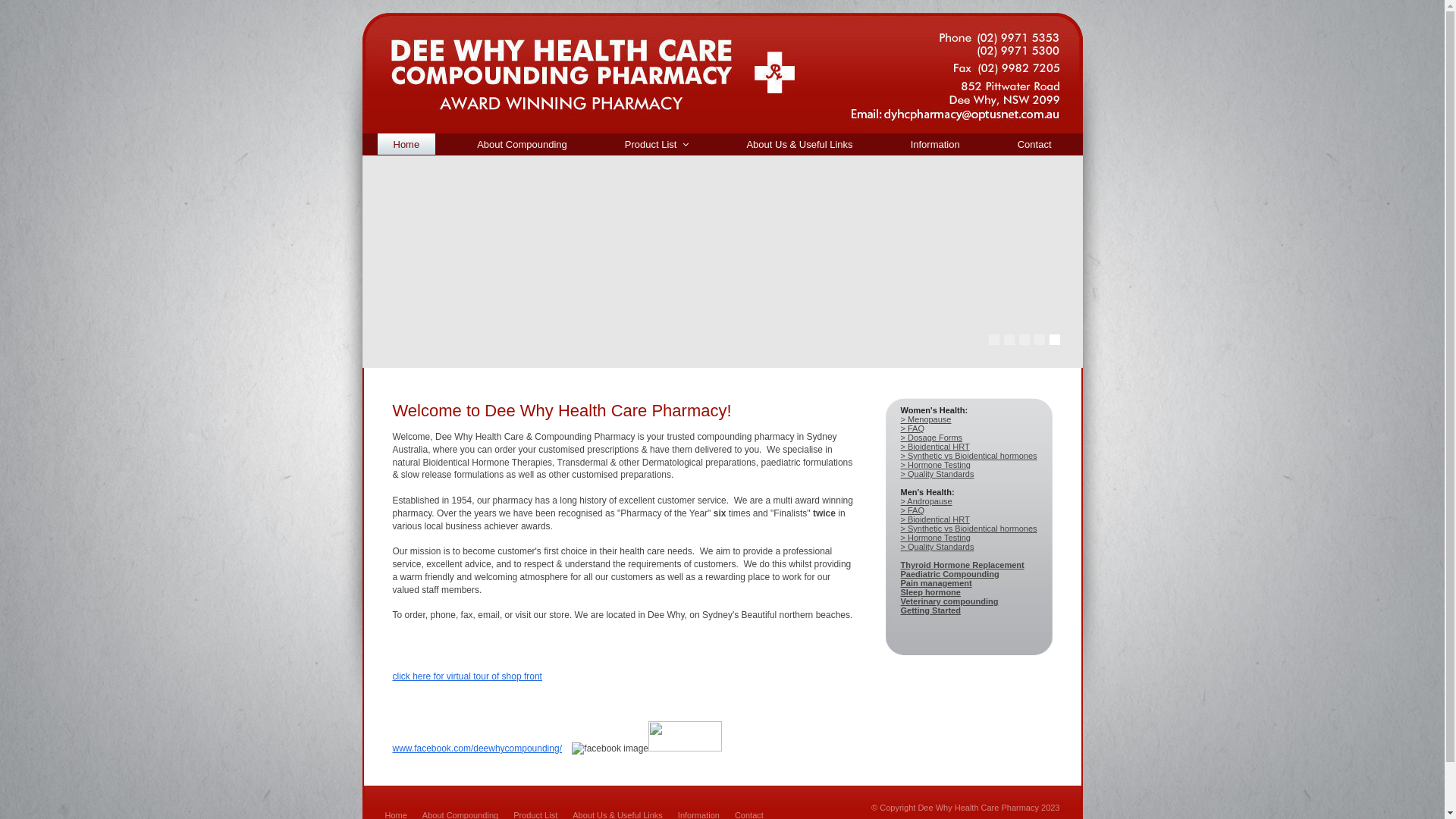  What do you see at coordinates (930, 591) in the screenshot?
I see `'Sleep hormone'` at bounding box center [930, 591].